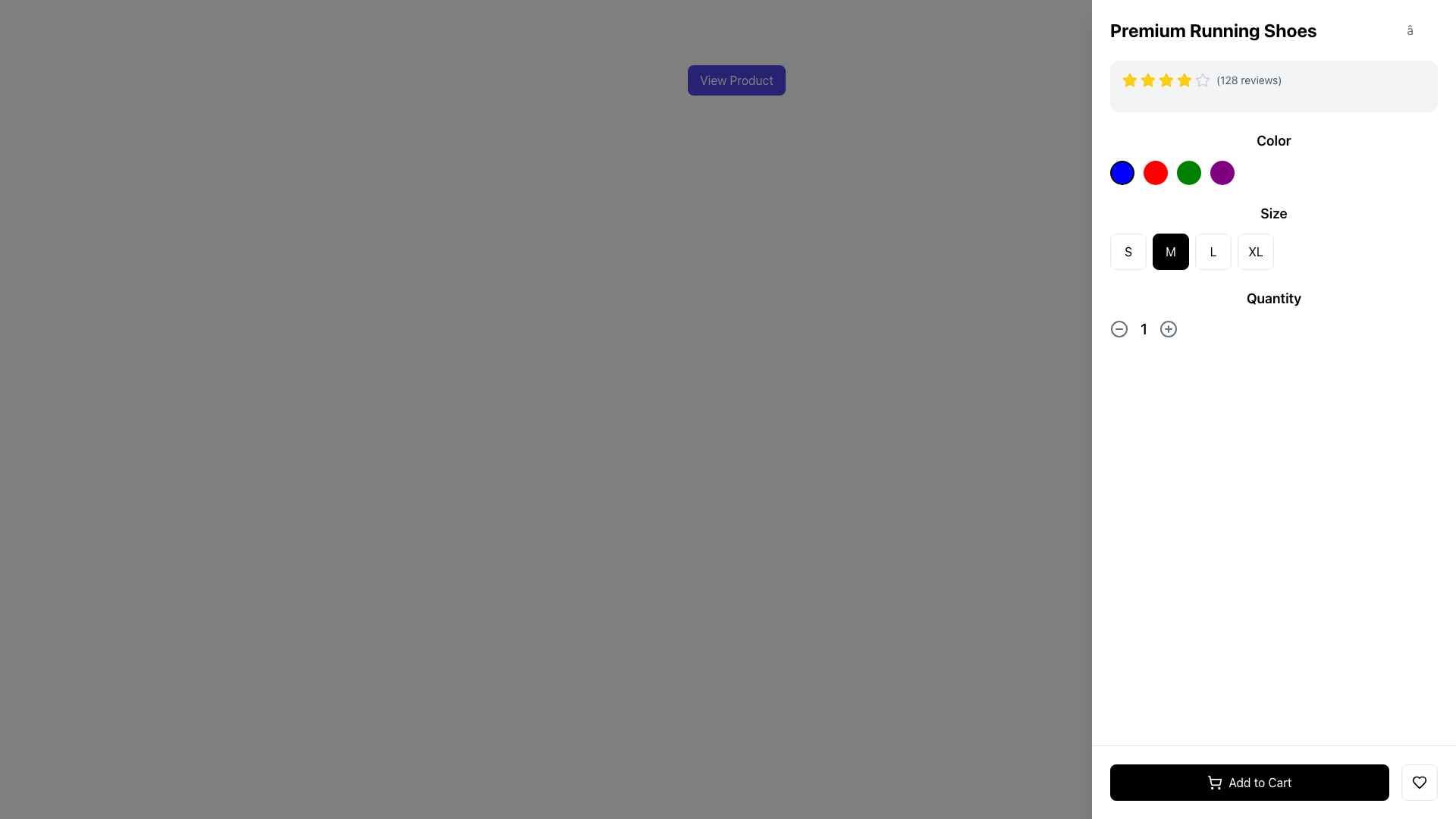 Image resolution: width=1456 pixels, height=819 pixels. What do you see at coordinates (1154, 171) in the screenshot?
I see `the second circular color selector button labeled 'Color'` at bounding box center [1154, 171].